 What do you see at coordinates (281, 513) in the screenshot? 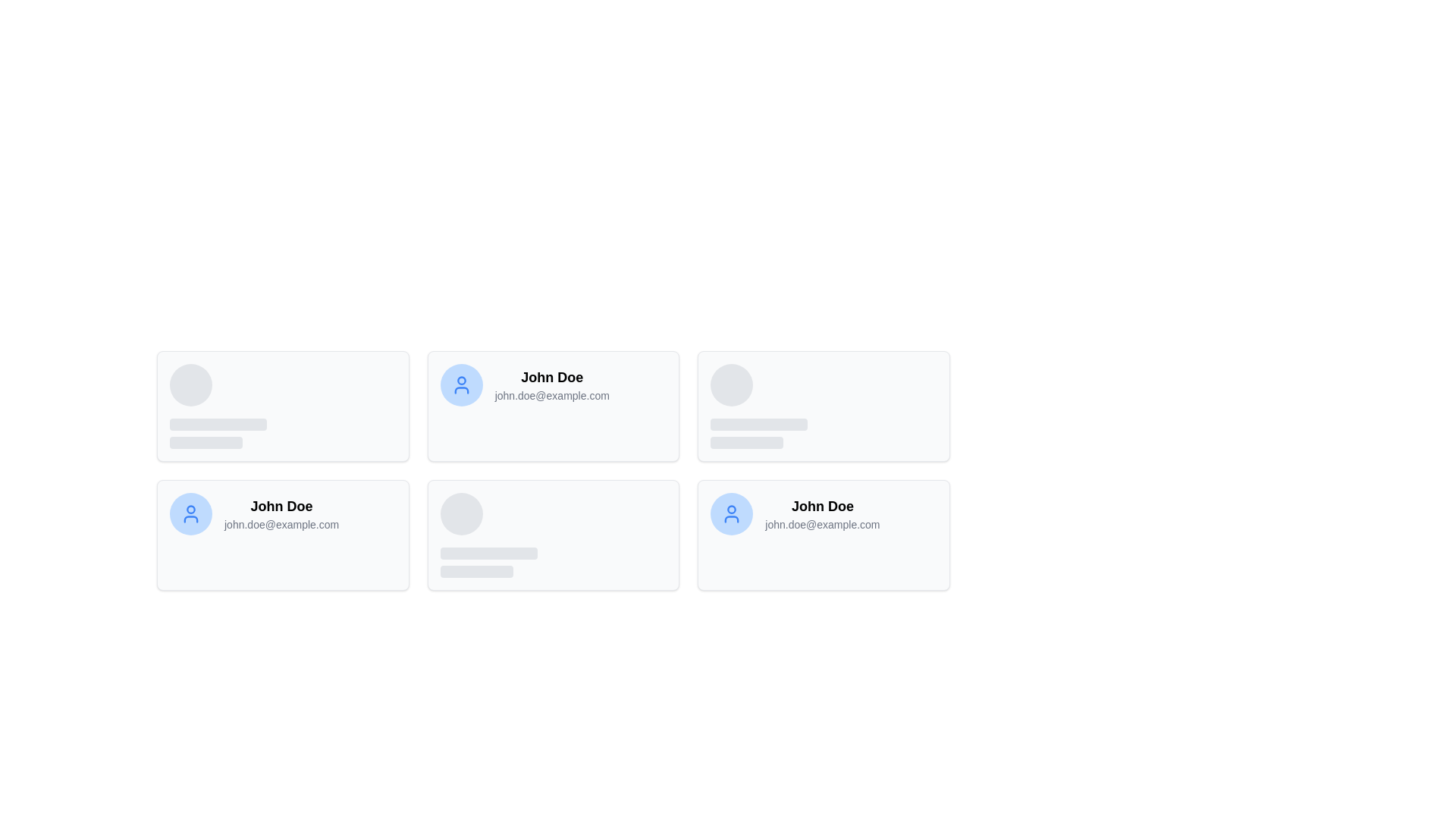
I see `the user profile text block located` at bounding box center [281, 513].